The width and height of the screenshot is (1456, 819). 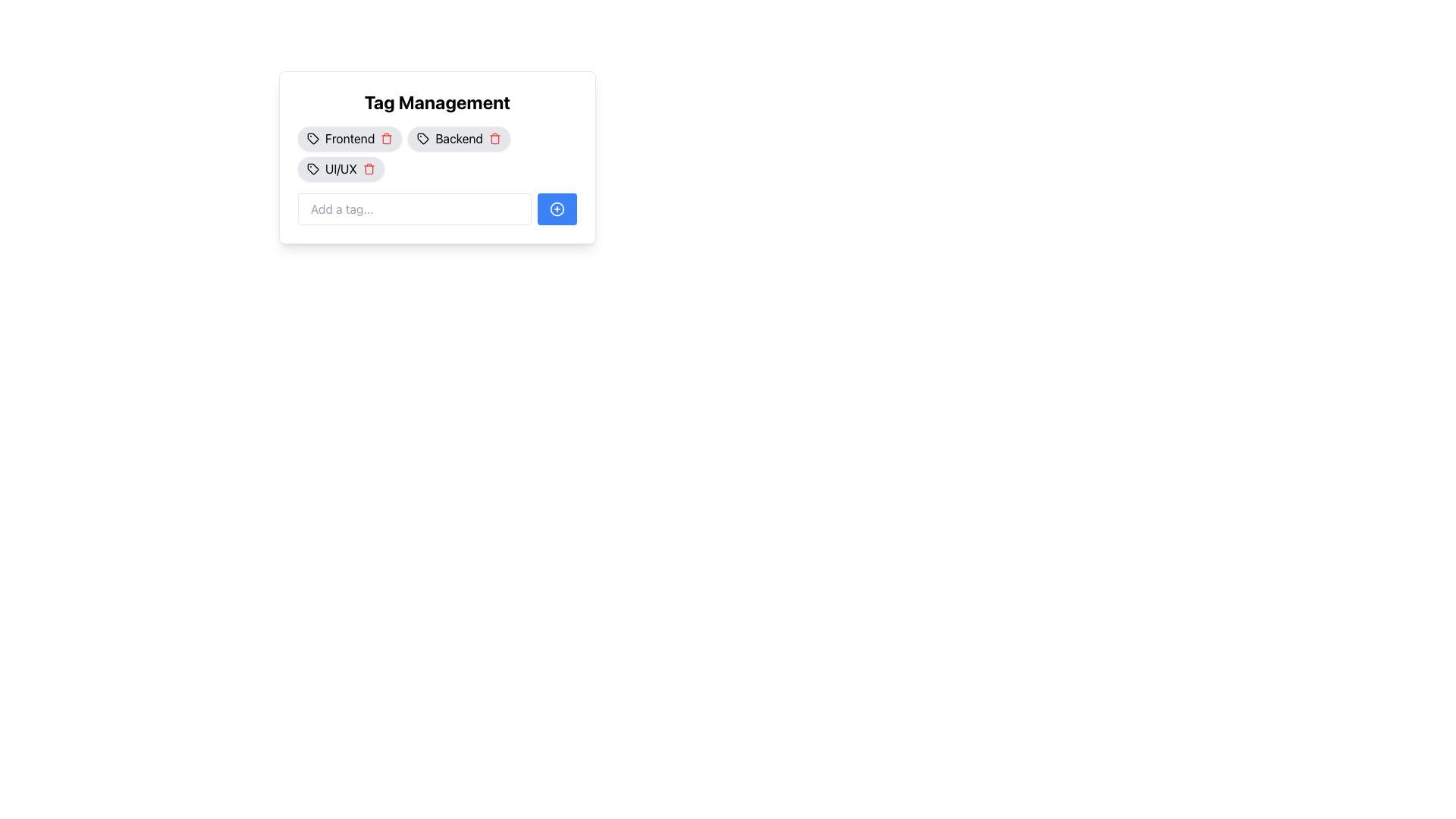 I want to click on the blue circular button with a white border and a white plus sign inside, located at the far right of the input area labeled 'Add a tag...', so click(x=556, y=209).